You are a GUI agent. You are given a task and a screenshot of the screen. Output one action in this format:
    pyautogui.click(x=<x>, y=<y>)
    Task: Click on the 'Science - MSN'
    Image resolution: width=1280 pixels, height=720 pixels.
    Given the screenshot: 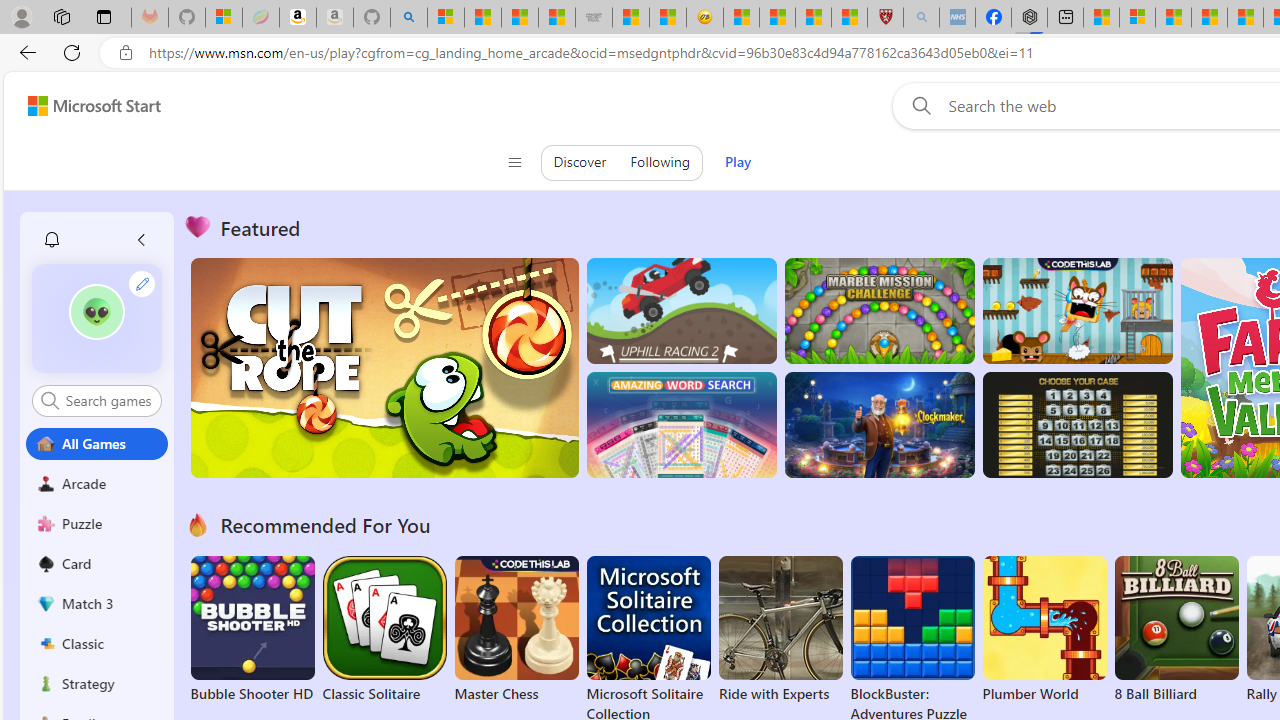 What is the action you would take?
    pyautogui.click(x=813, y=17)
    